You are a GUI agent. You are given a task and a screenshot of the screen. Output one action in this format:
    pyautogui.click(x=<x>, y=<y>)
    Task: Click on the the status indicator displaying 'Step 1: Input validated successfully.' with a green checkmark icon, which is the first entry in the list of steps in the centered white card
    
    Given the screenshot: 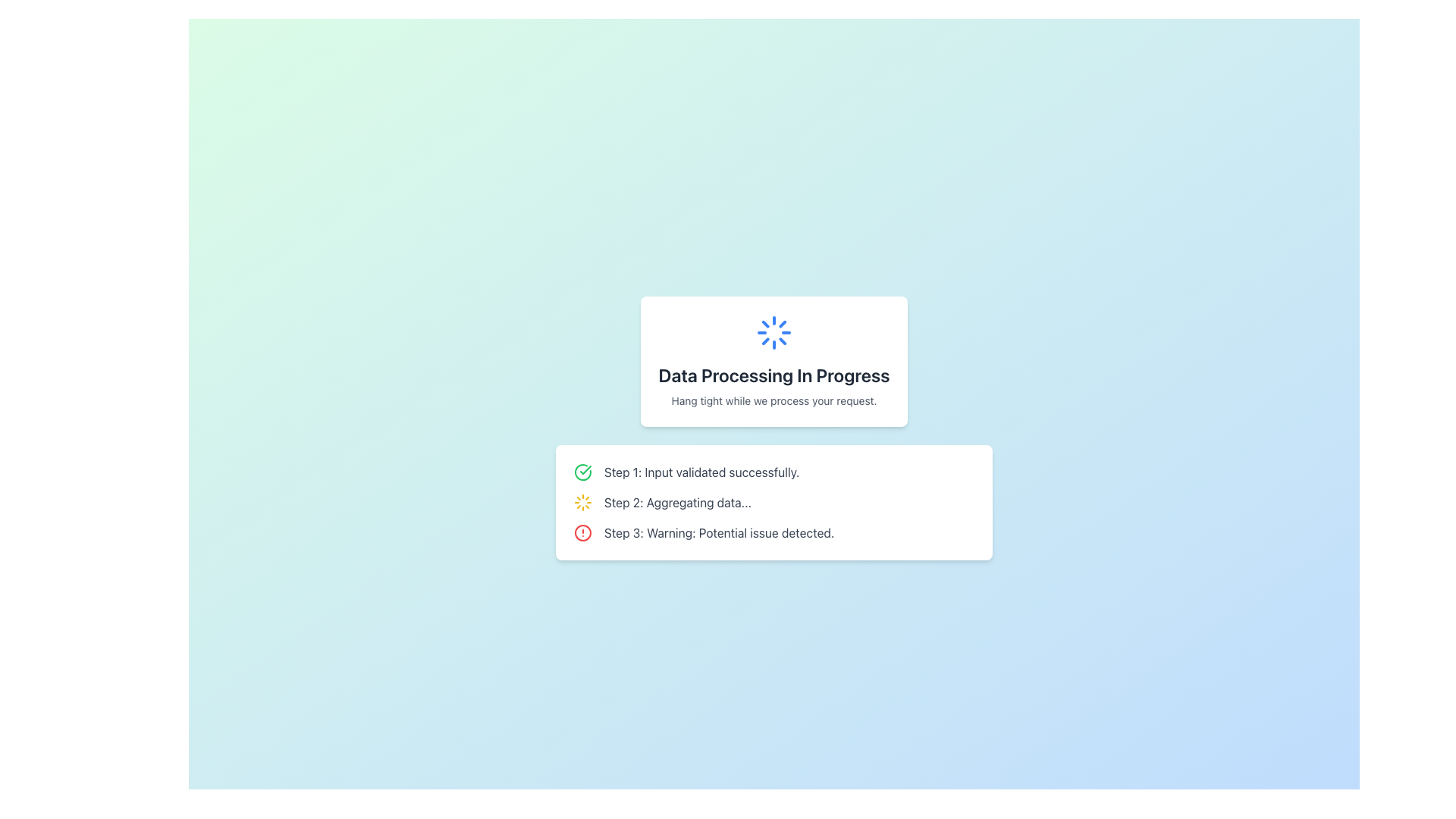 What is the action you would take?
    pyautogui.click(x=774, y=472)
    